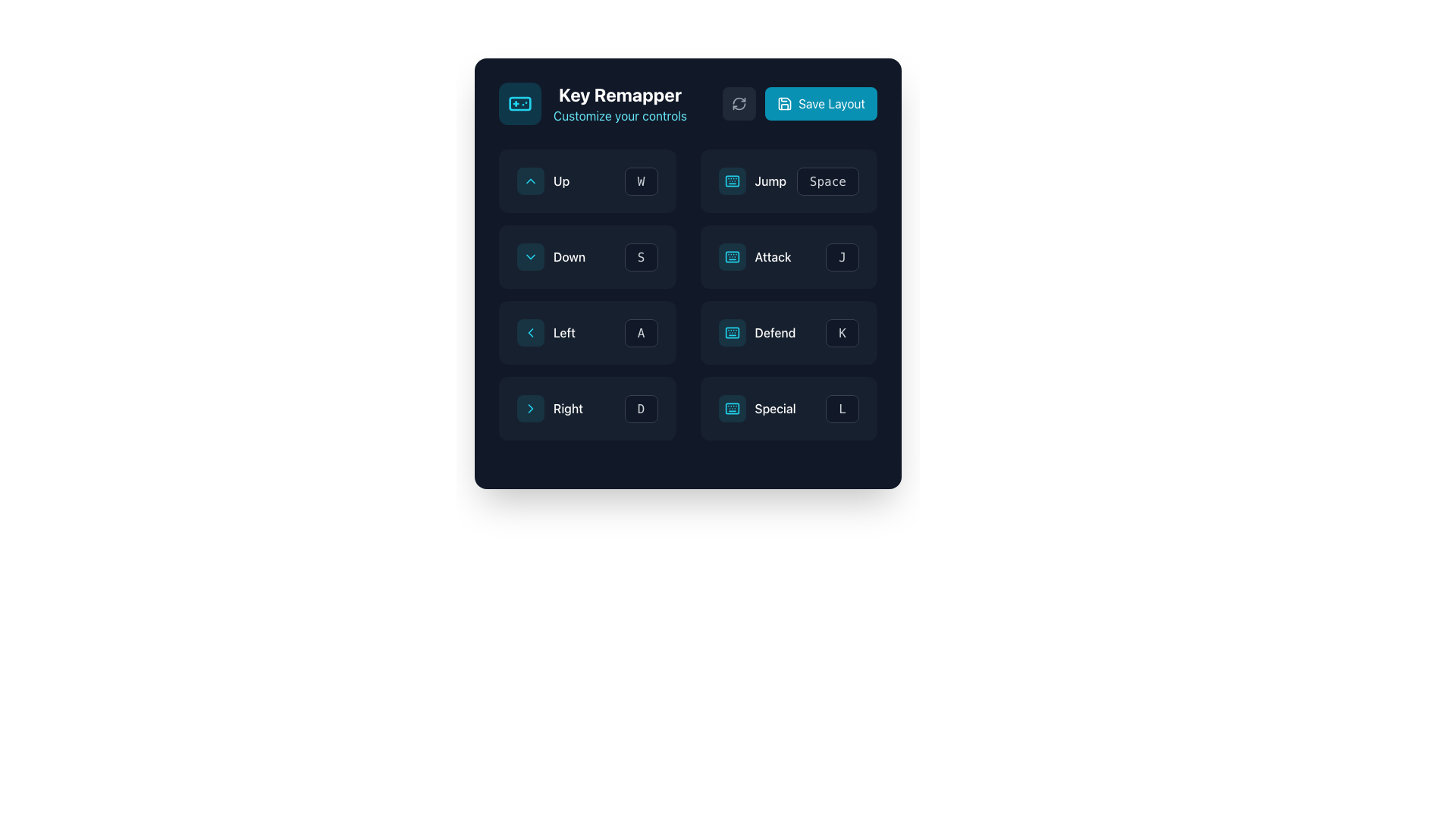  Describe the element at coordinates (551, 256) in the screenshot. I see `the composite button labeled 'Down' with a cyan downward arrow icon` at that location.